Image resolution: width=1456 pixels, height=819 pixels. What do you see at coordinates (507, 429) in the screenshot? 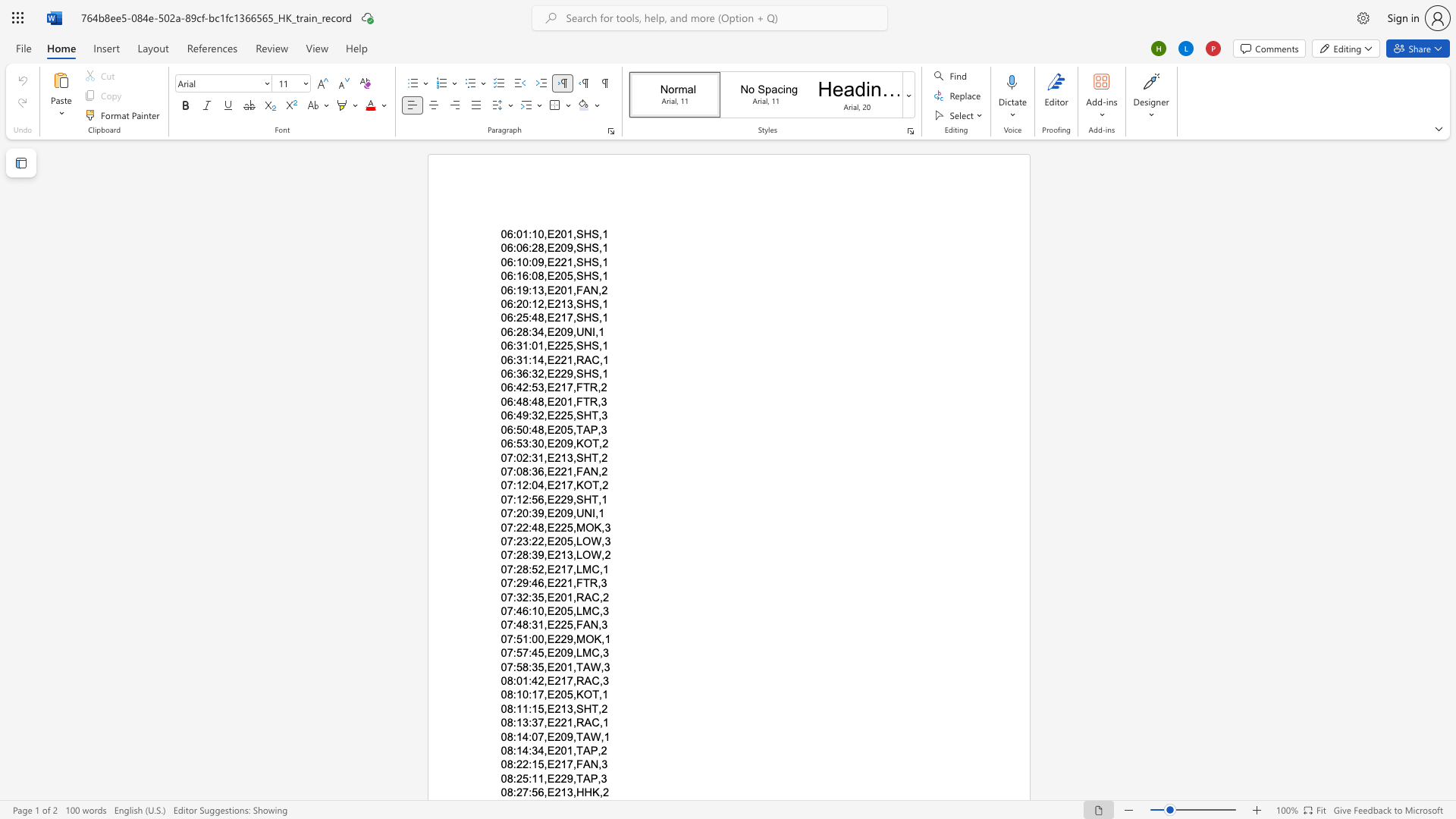
I see `the subset text "6:50:48" within the text "06:50:48,E205,TAP,3"` at bounding box center [507, 429].